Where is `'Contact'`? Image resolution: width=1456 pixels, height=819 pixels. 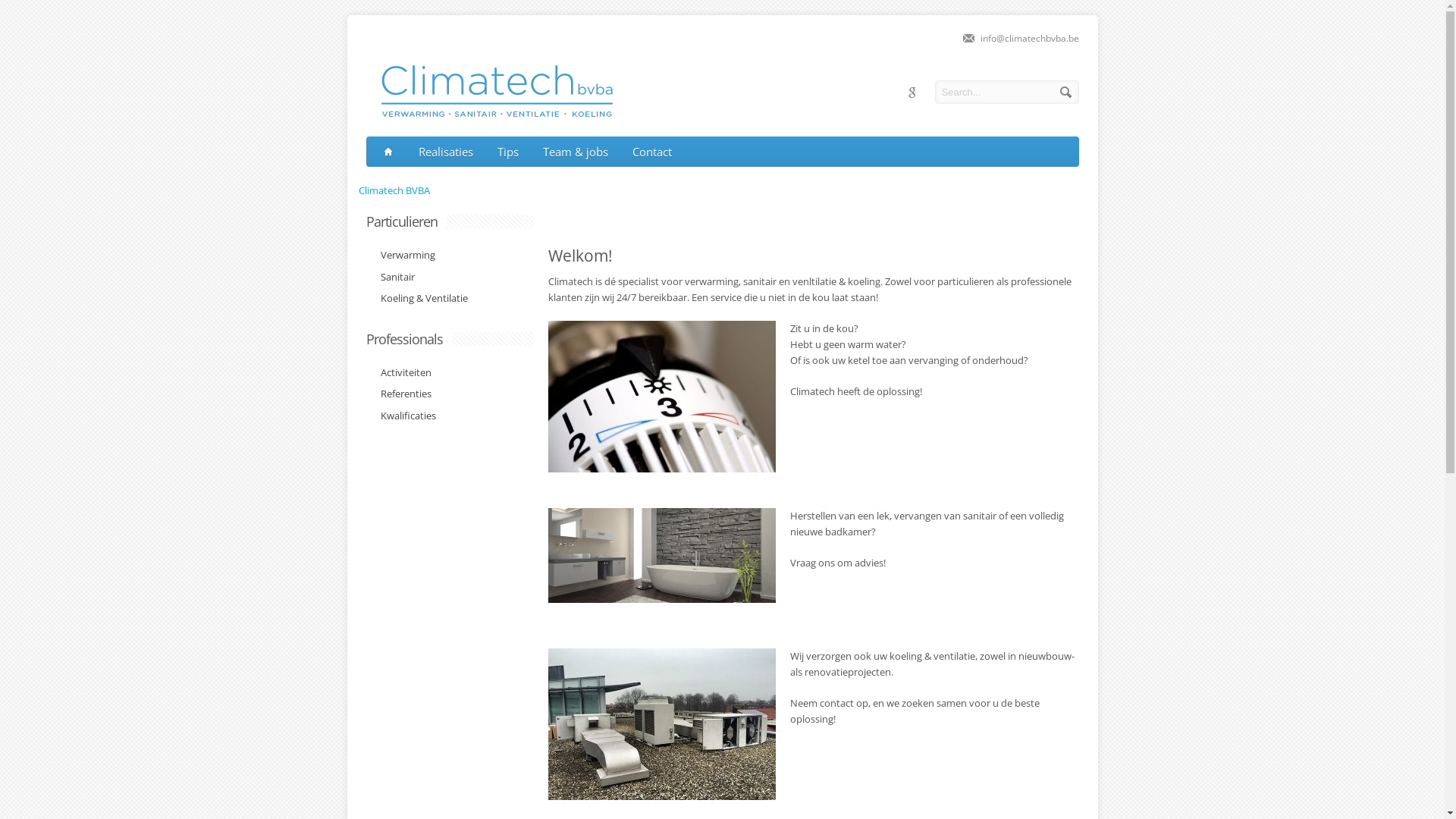
'Contact' is located at coordinates (651, 152).